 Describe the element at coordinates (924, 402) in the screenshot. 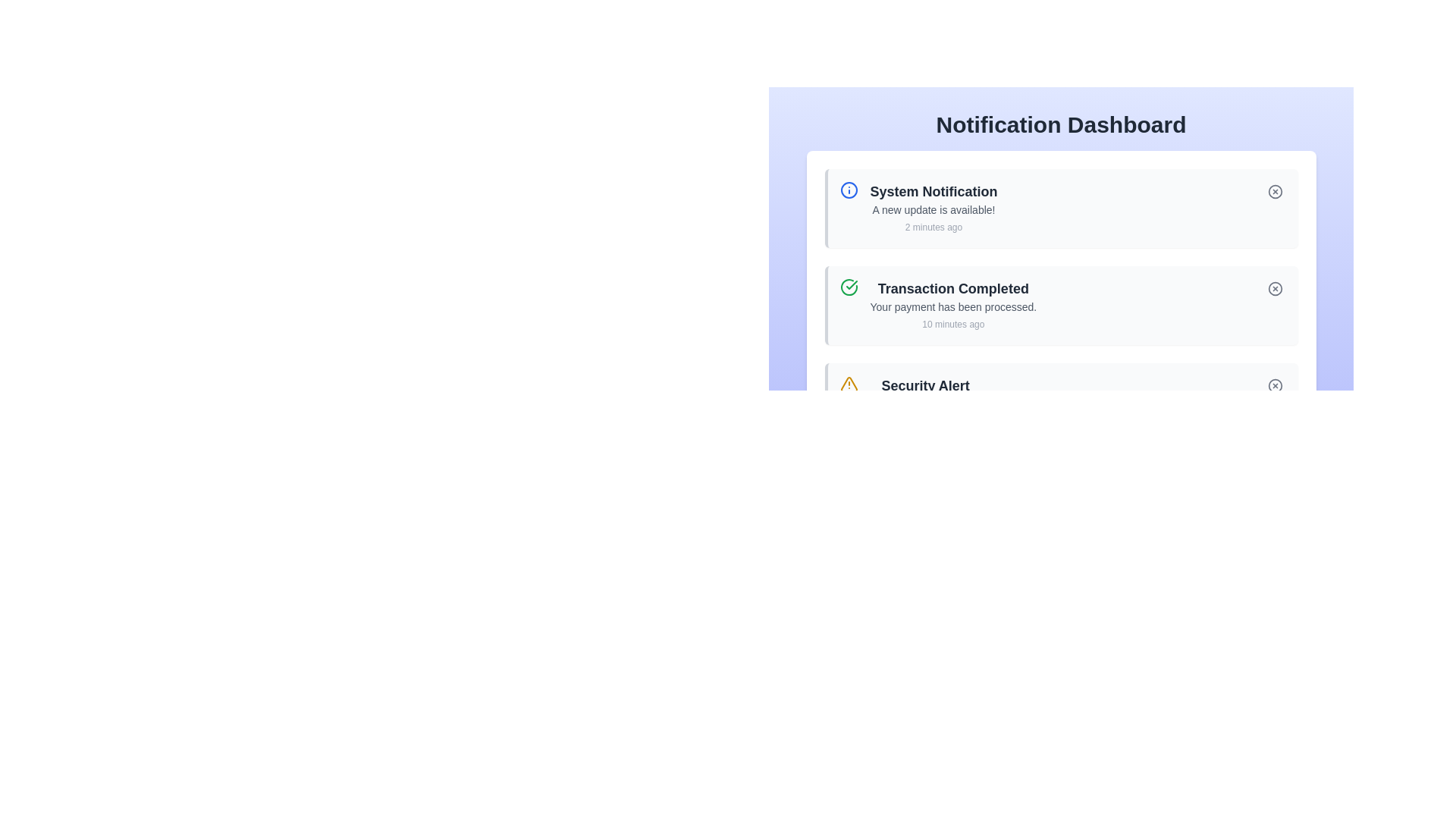

I see `the 'Security Alert' notification item, which contains the title 'Security Alert', subtext 'Unusual login detected.', and a timestamp '1 hour ago'. This notification is the third in a vertical list on the notification panel` at that location.